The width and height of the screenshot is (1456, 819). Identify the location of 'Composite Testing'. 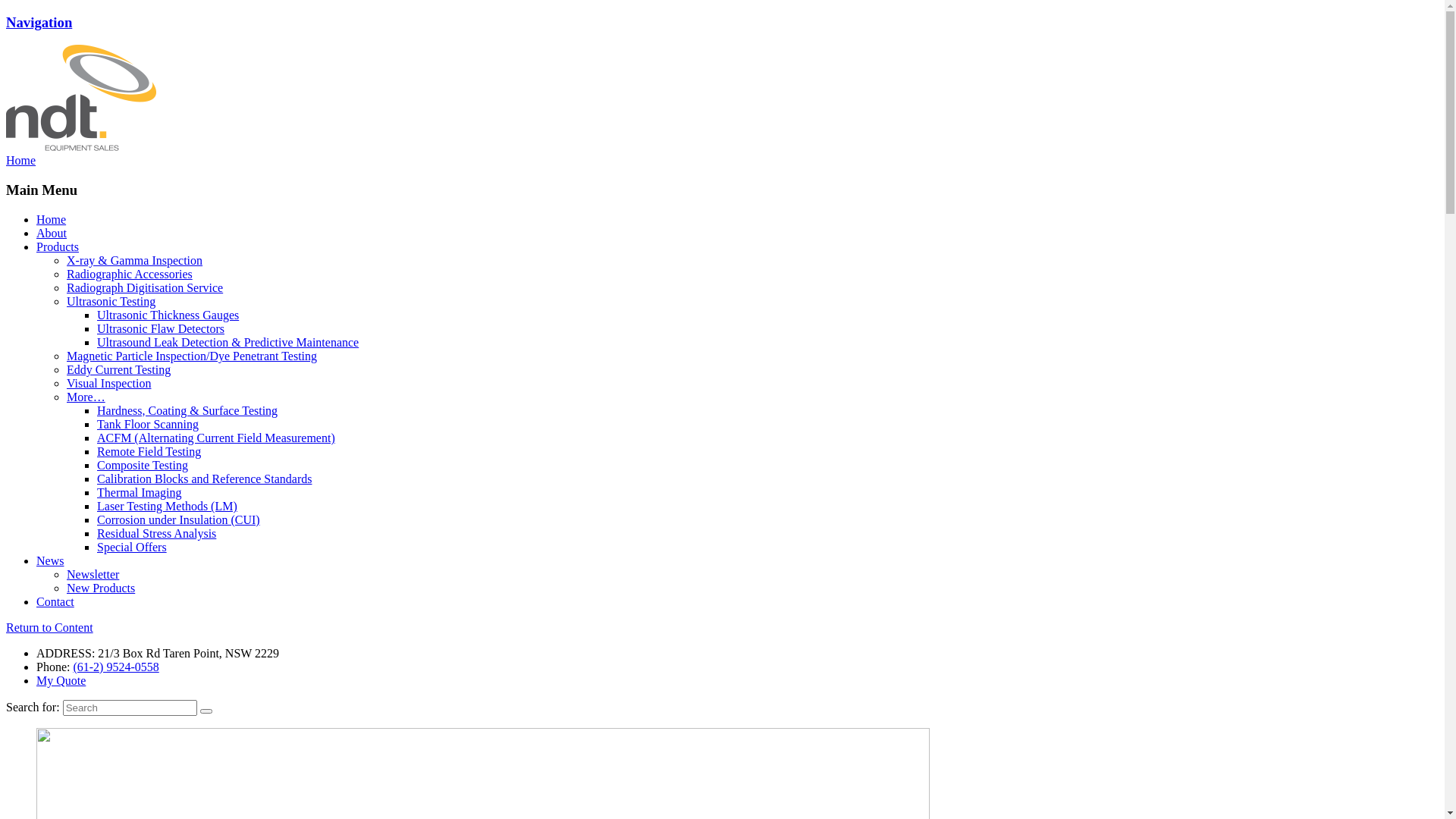
(142, 464).